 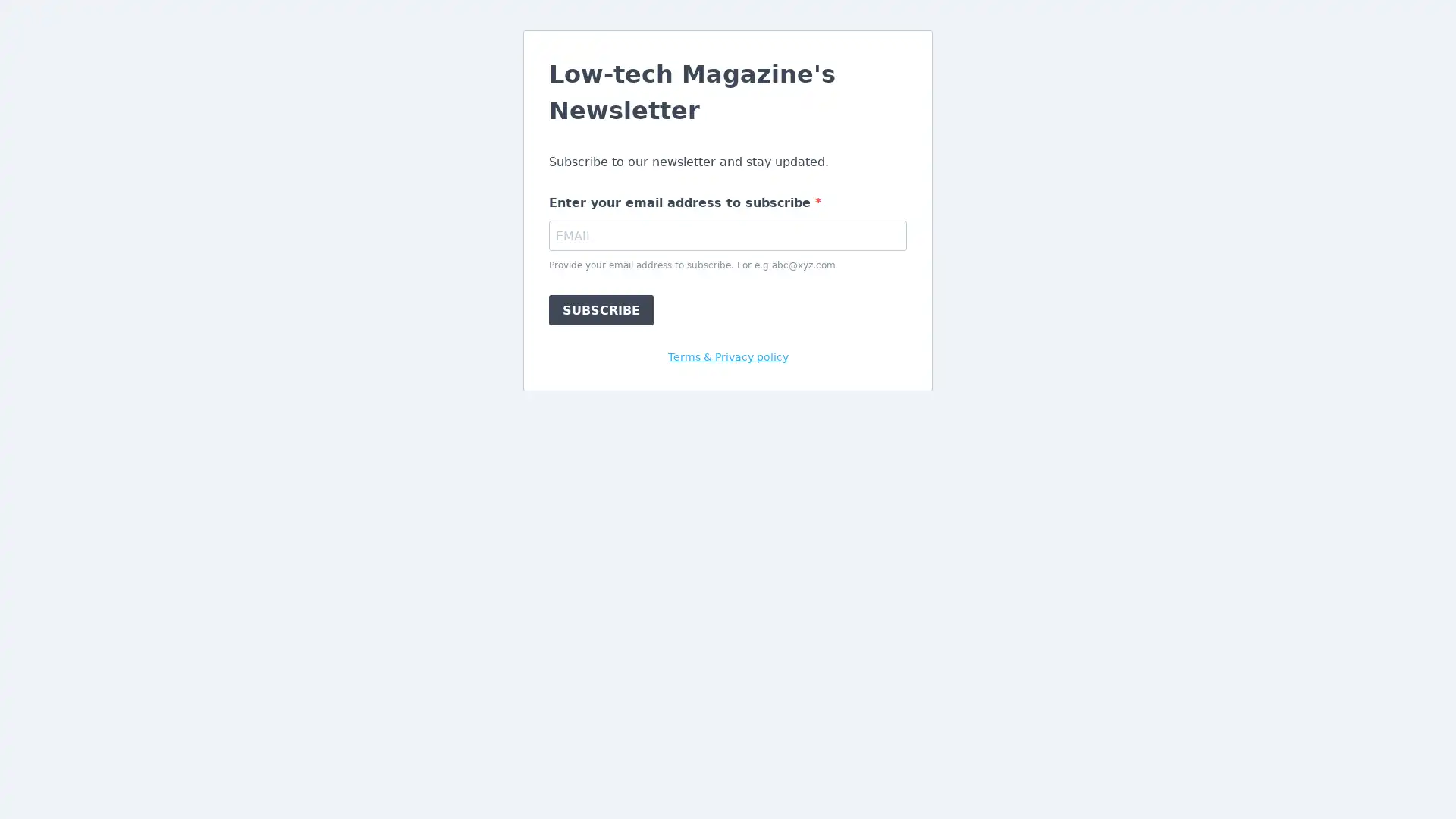 I want to click on SUBSCRIBE, so click(x=600, y=309).